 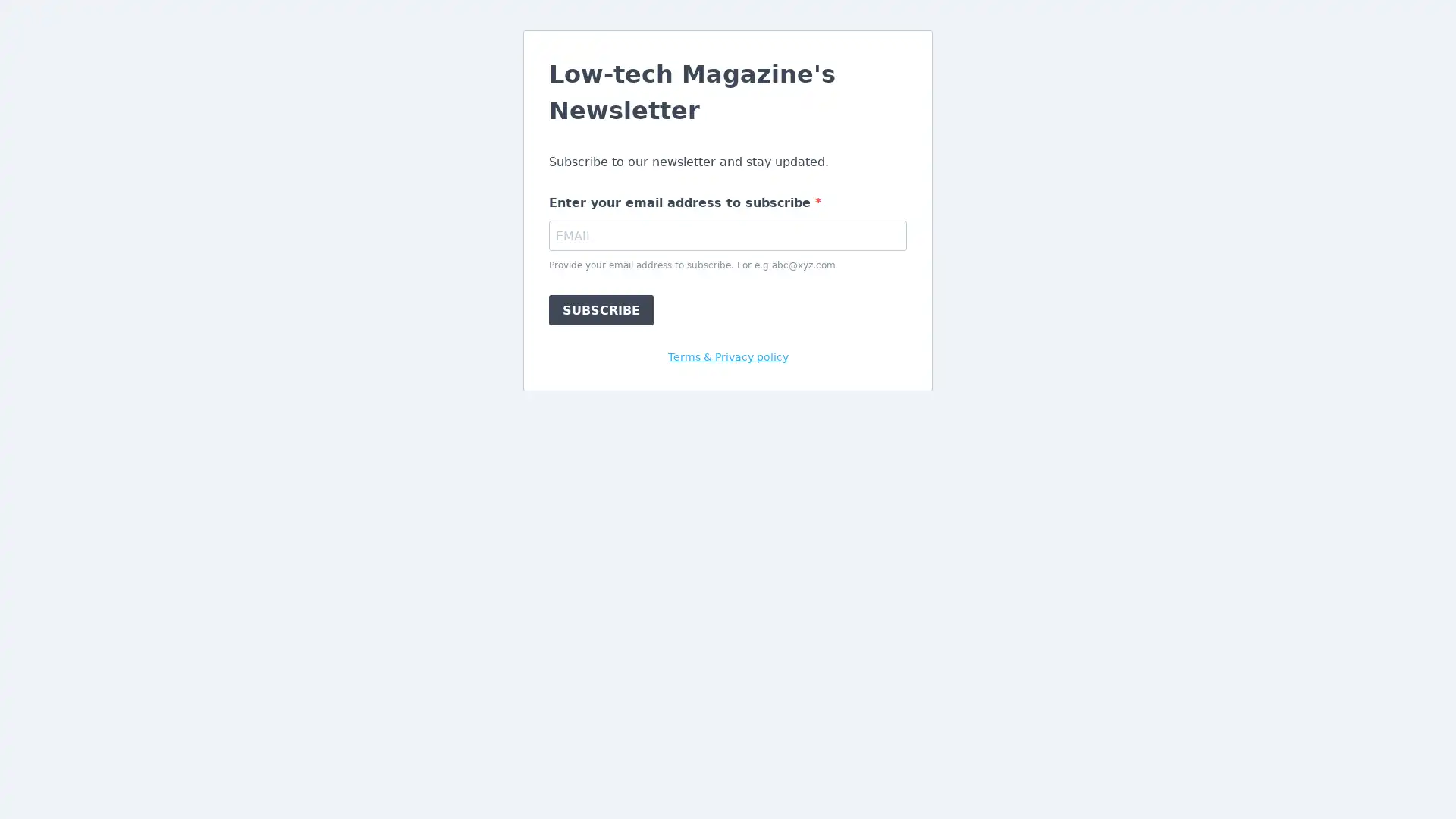 I want to click on SUBSCRIBE, so click(x=600, y=309).